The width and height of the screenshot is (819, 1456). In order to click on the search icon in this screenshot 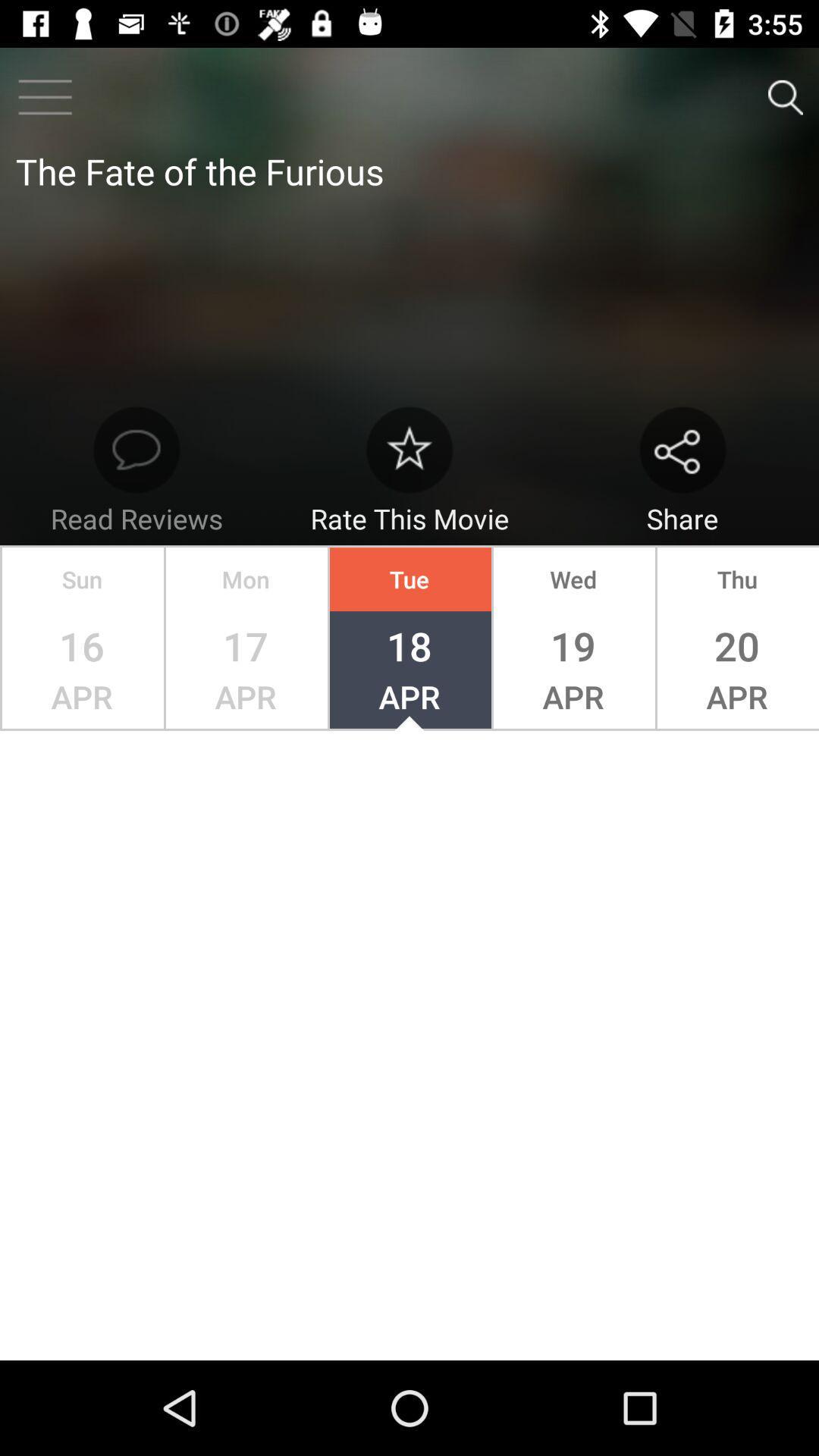, I will do `click(785, 96)`.